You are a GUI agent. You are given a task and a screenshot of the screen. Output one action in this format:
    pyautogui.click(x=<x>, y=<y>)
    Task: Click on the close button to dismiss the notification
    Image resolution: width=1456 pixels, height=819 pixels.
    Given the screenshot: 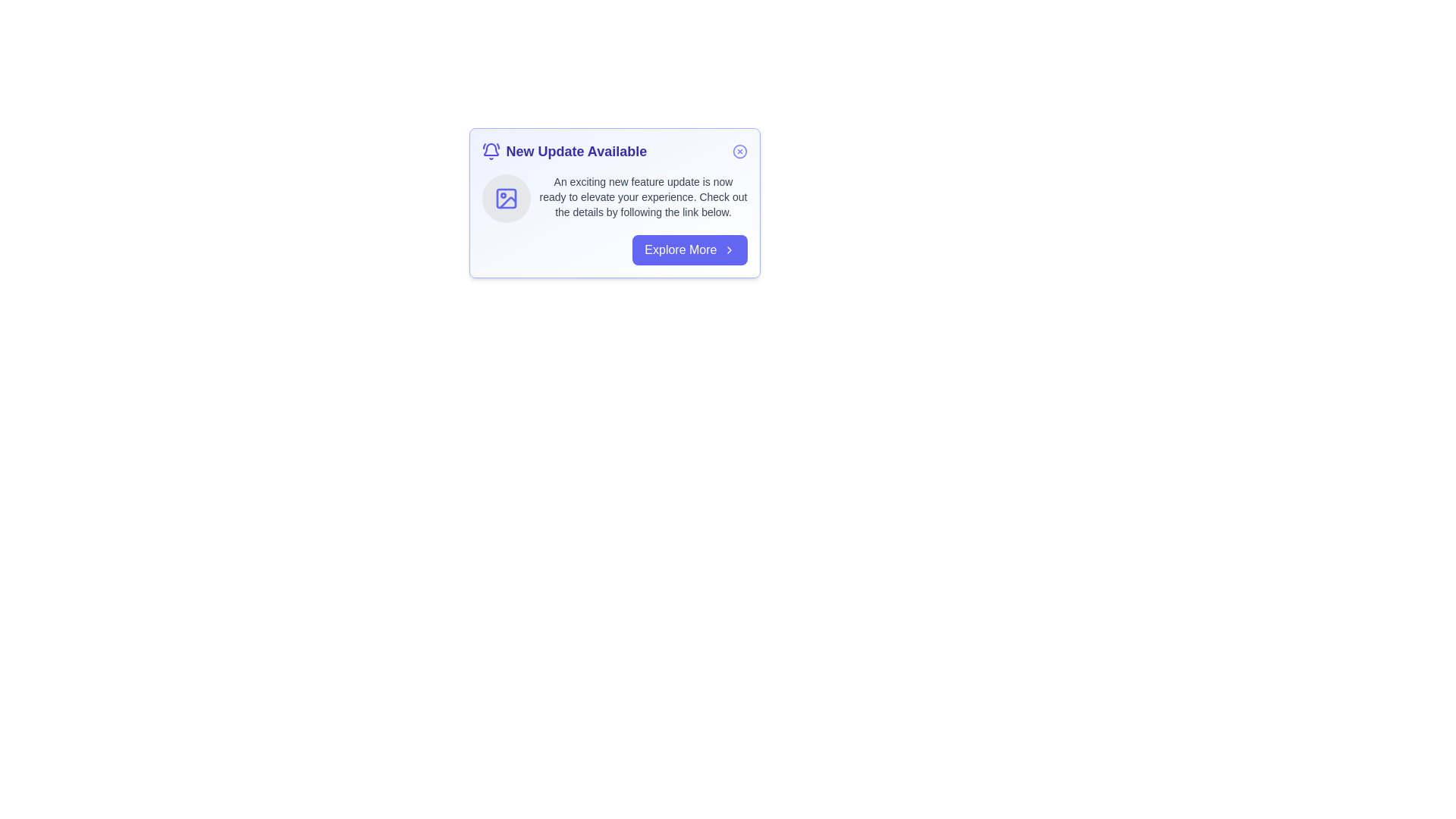 What is the action you would take?
    pyautogui.click(x=739, y=152)
    